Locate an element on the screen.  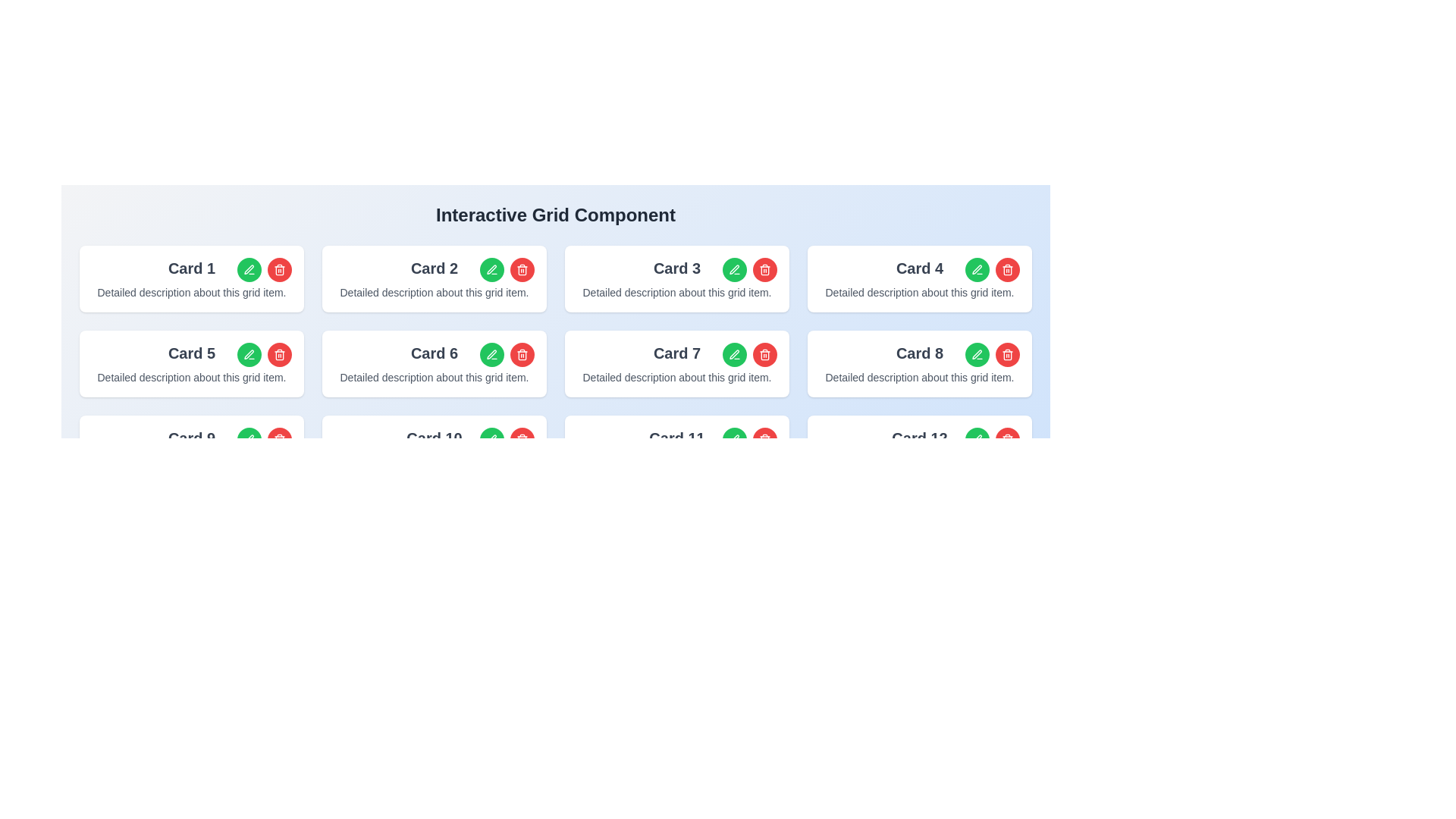
the edit icon within the green circular button located at the top-right of 'Card 7' is located at coordinates (735, 354).